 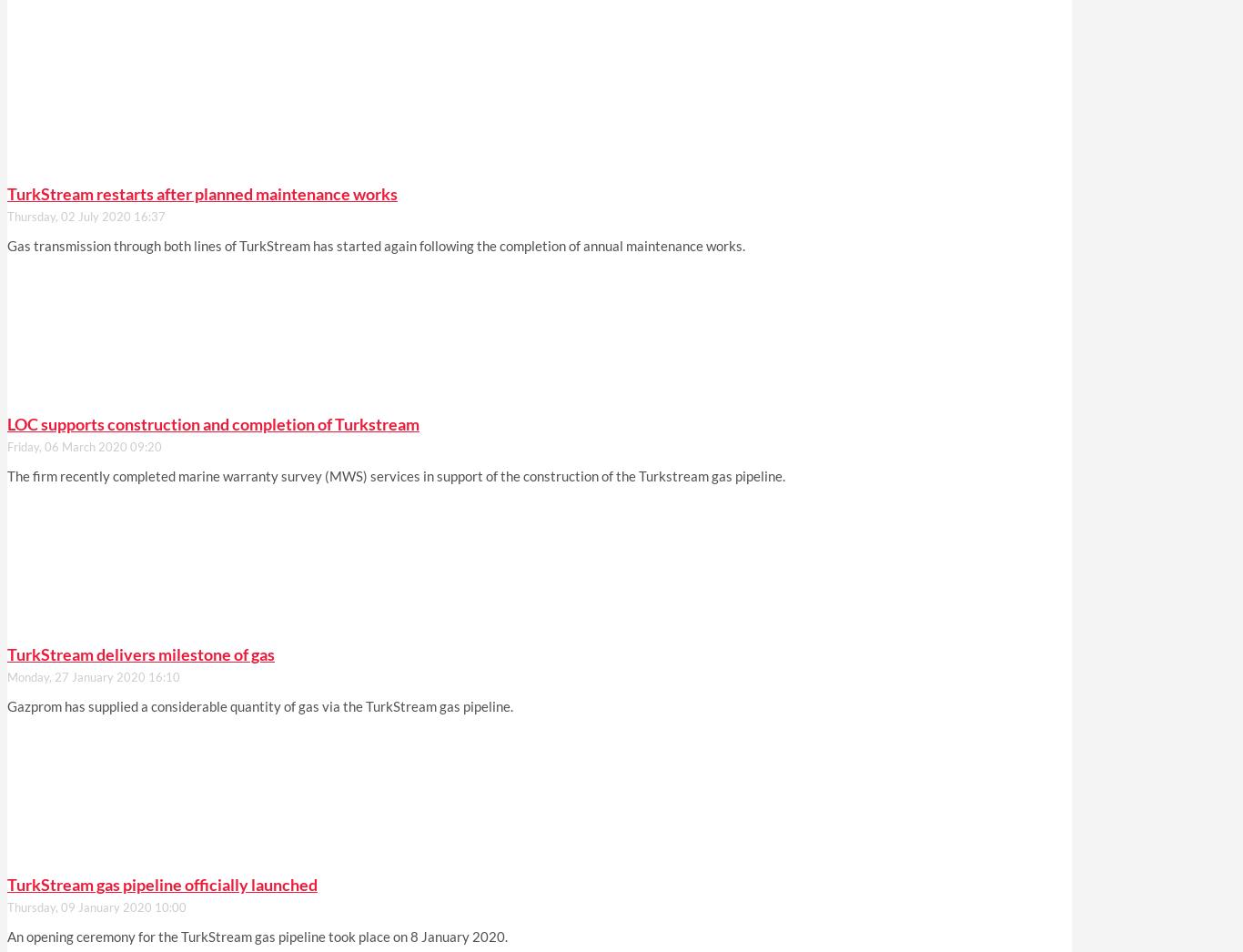 I want to click on 'Thursday, 02 July 2020 16:37', so click(x=86, y=216).